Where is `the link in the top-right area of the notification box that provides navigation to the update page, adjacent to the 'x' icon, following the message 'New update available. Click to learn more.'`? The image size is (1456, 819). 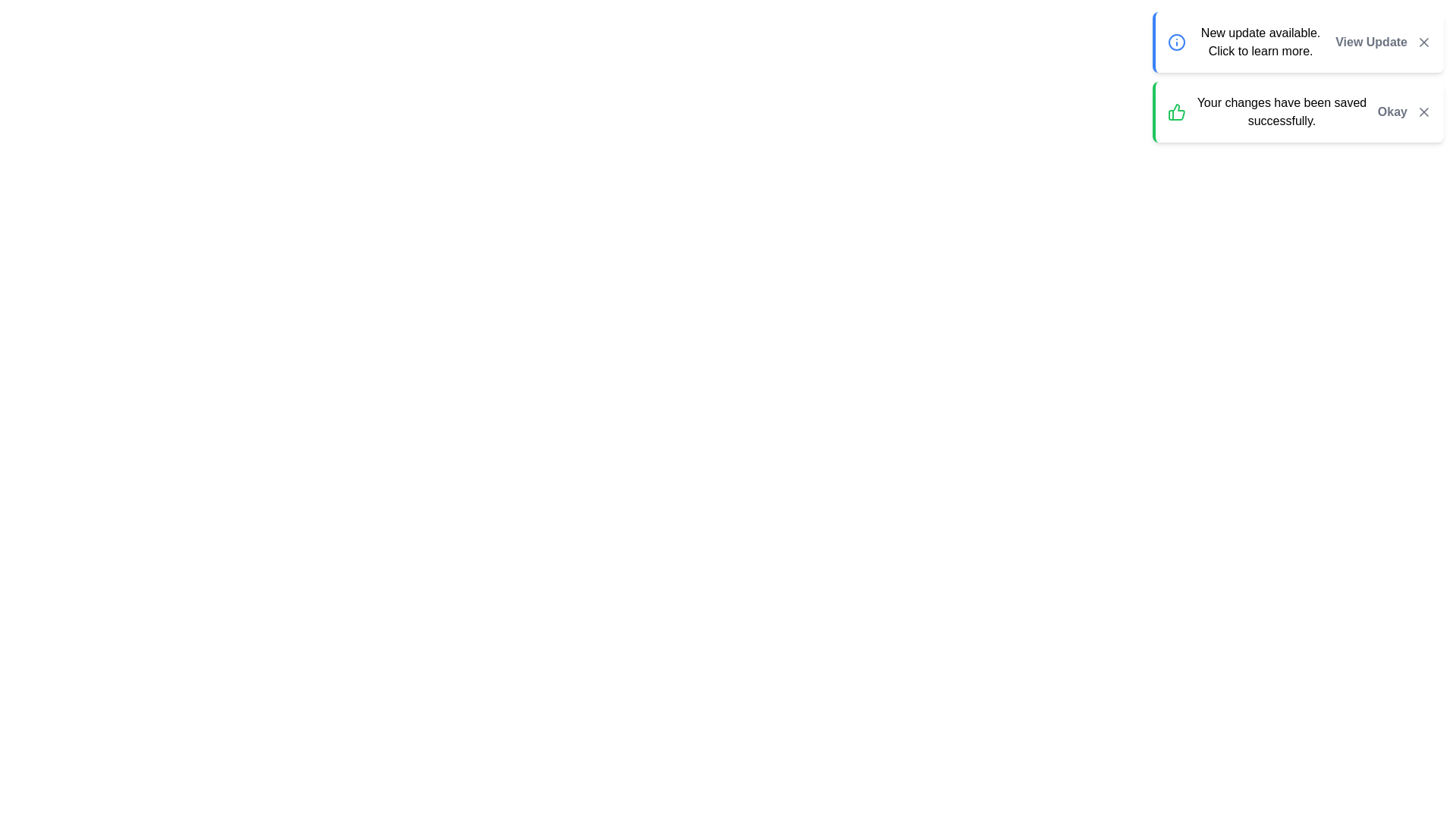 the link in the top-right area of the notification box that provides navigation to the update page, adjacent to the 'x' icon, following the message 'New update available. Click to learn more.' is located at coordinates (1371, 42).